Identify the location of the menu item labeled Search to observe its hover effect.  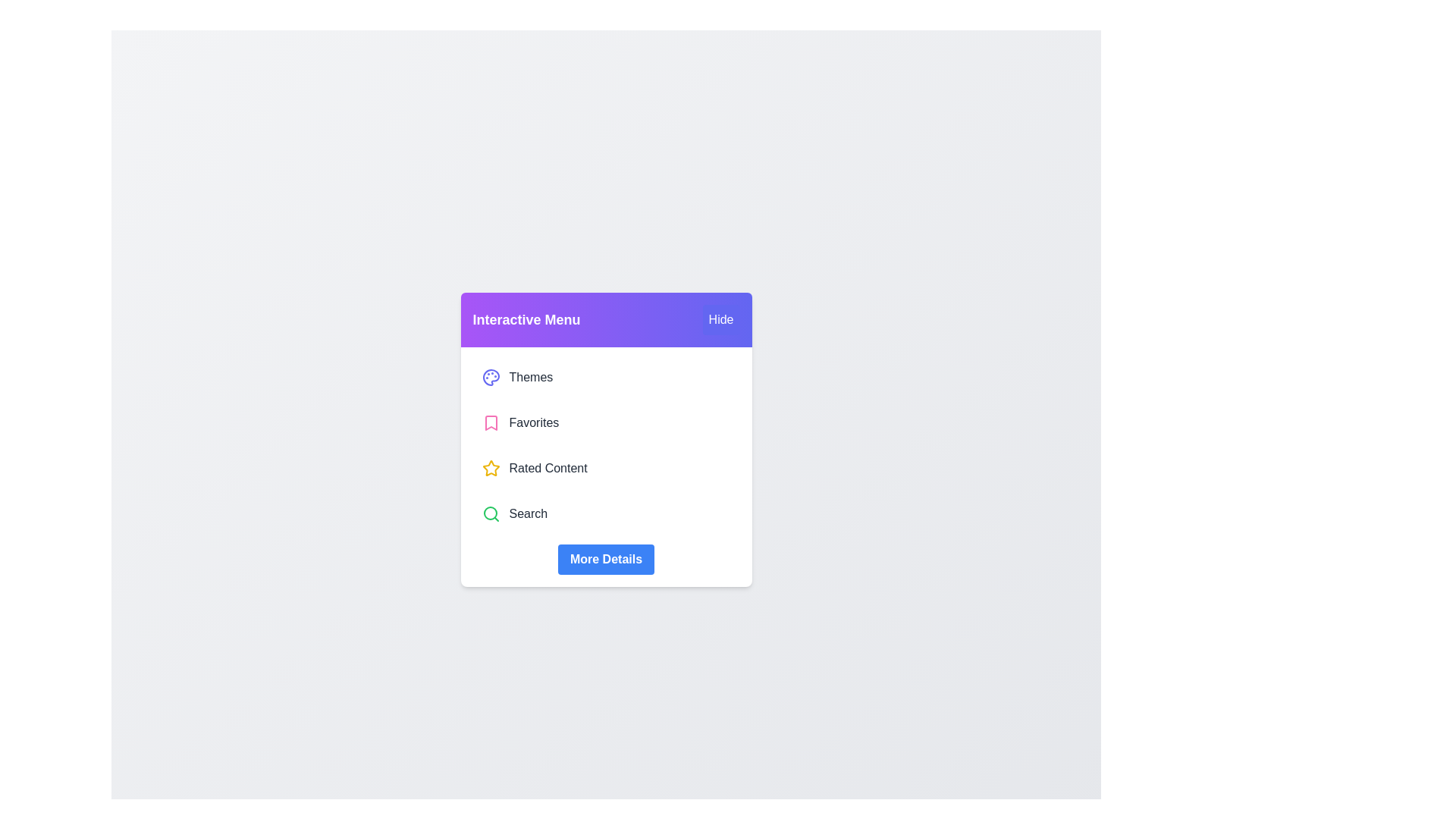
(605, 513).